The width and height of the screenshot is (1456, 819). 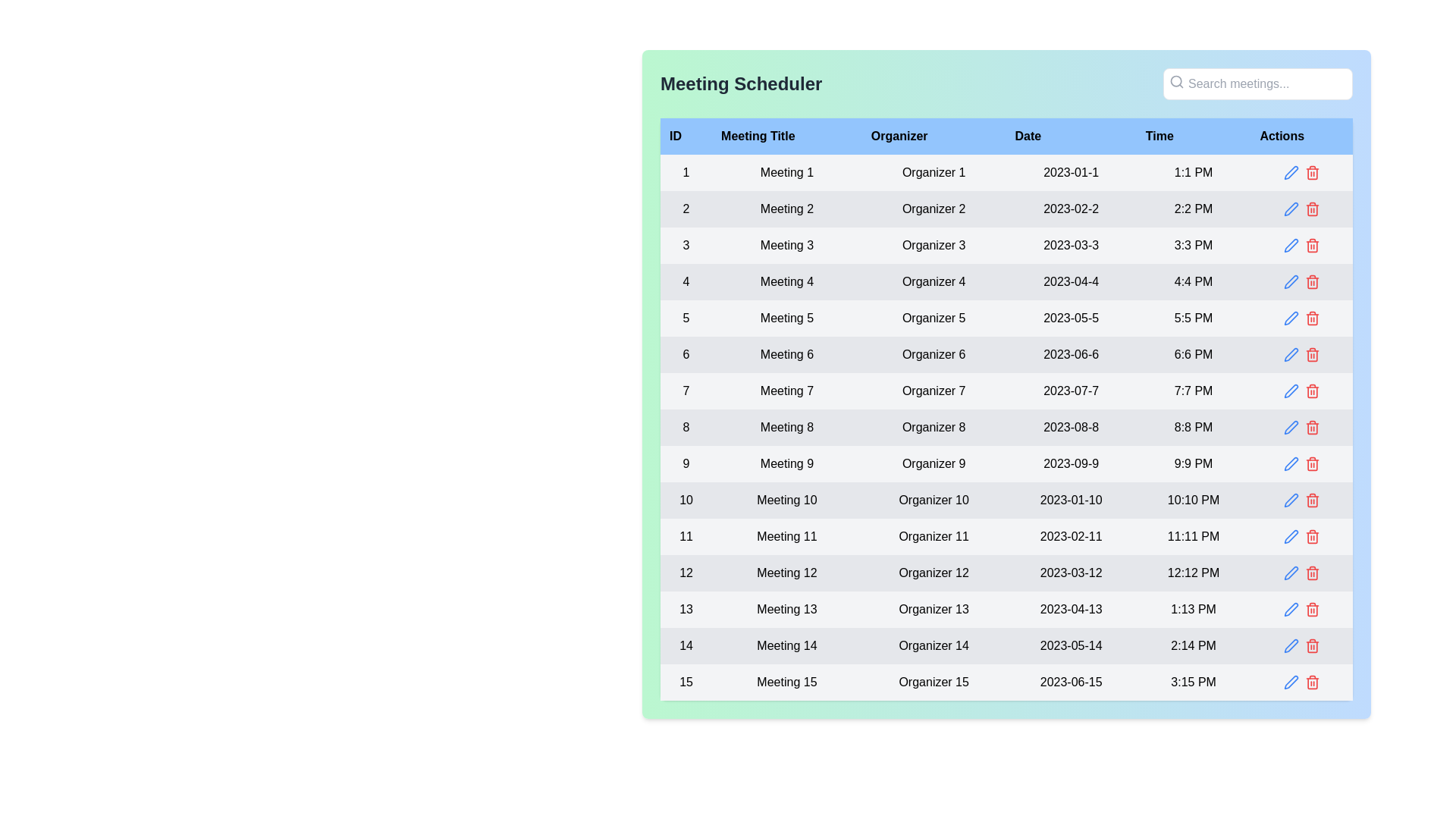 What do you see at coordinates (741, 84) in the screenshot?
I see `the bold and large 'Meeting Scheduler' static text label located in the top-left section of the interface` at bounding box center [741, 84].